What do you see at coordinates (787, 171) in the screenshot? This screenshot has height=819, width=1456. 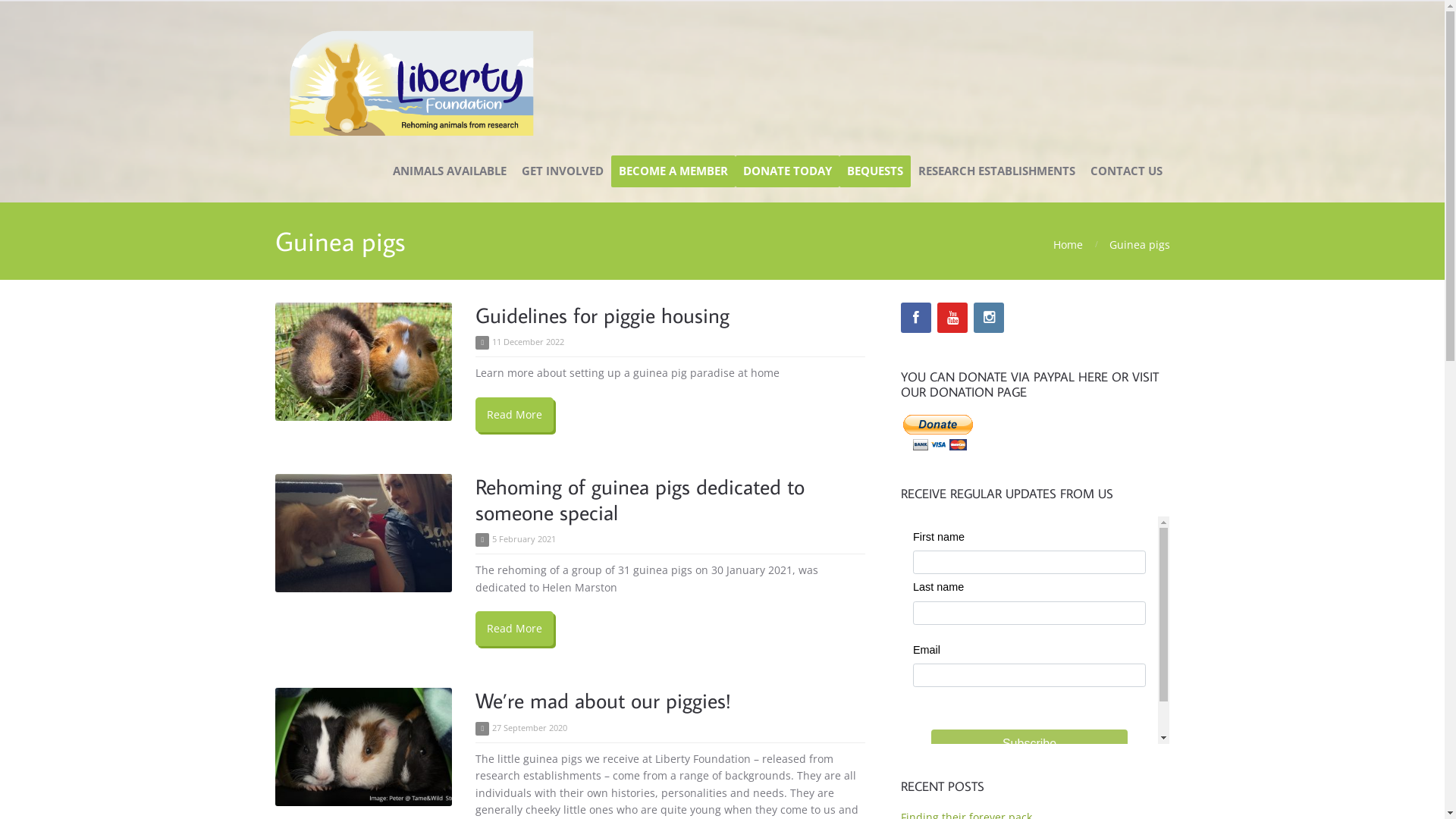 I see `'DONATE TODAY'` at bounding box center [787, 171].